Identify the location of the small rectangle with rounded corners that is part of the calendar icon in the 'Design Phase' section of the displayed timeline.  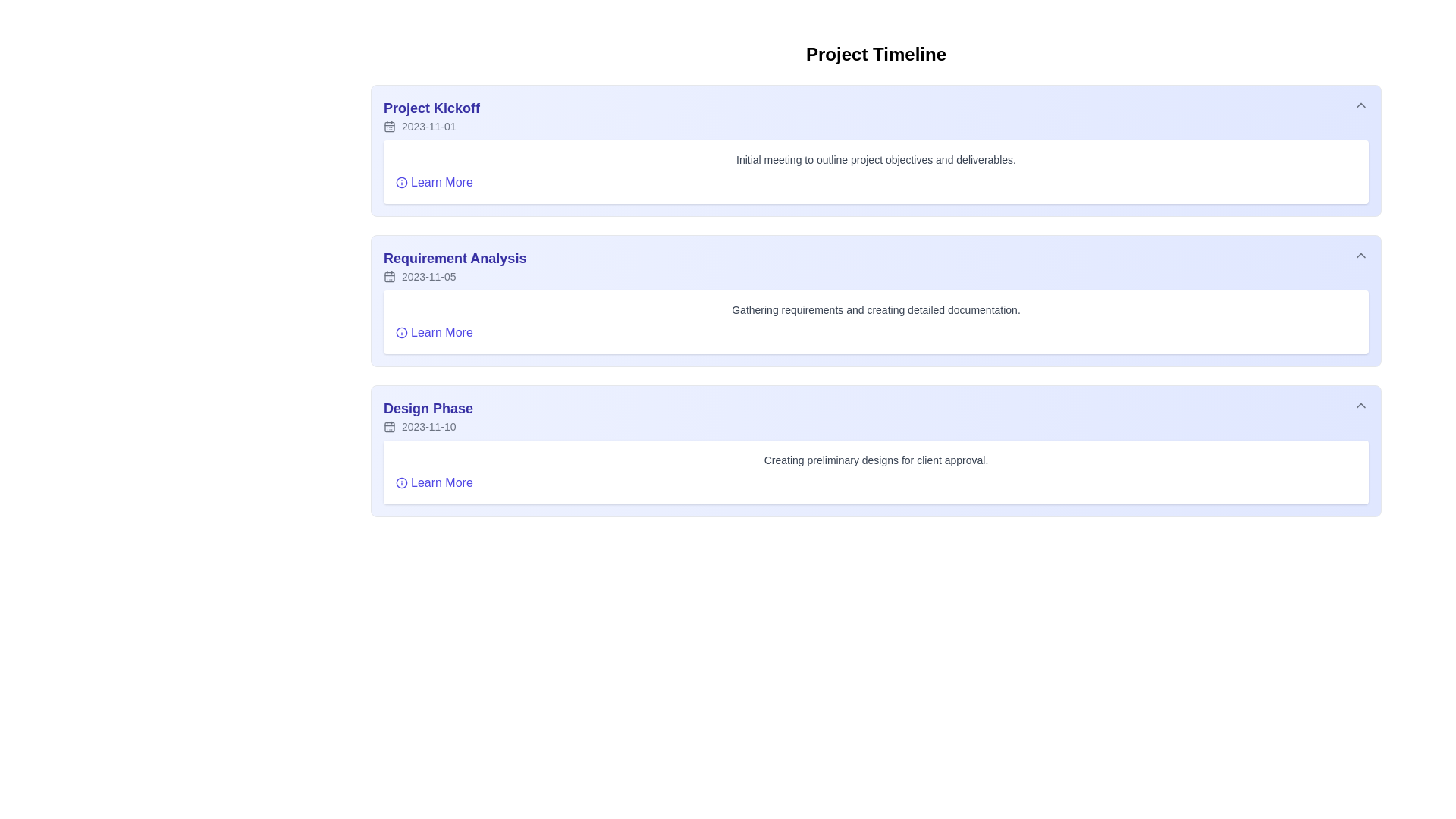
(389, 427).